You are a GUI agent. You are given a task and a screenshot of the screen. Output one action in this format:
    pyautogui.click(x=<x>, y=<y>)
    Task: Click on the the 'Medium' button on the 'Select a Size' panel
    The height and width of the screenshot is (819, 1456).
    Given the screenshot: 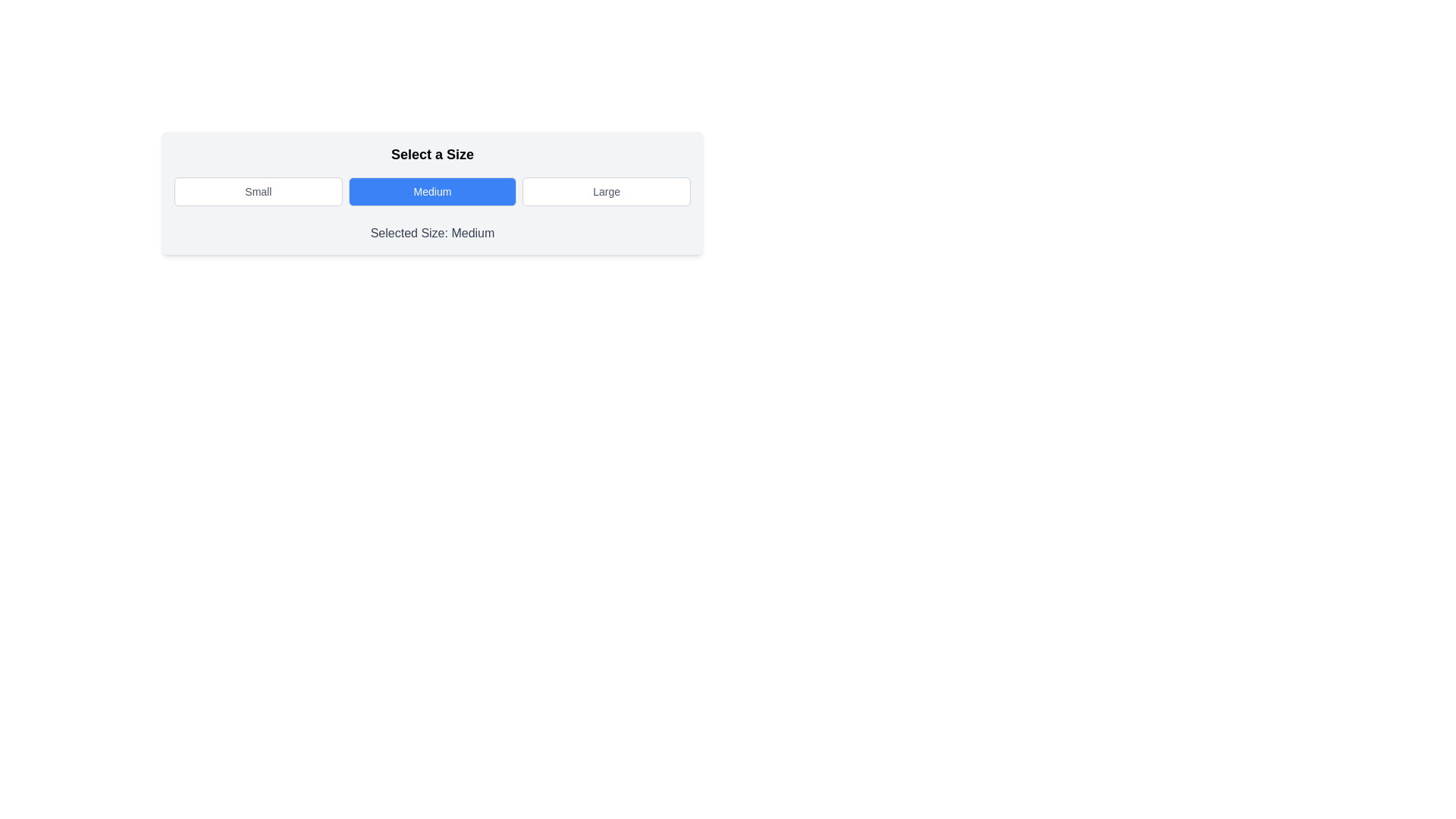 What is the action you would take?
    pyautogui.click(x=431, y=192)
    